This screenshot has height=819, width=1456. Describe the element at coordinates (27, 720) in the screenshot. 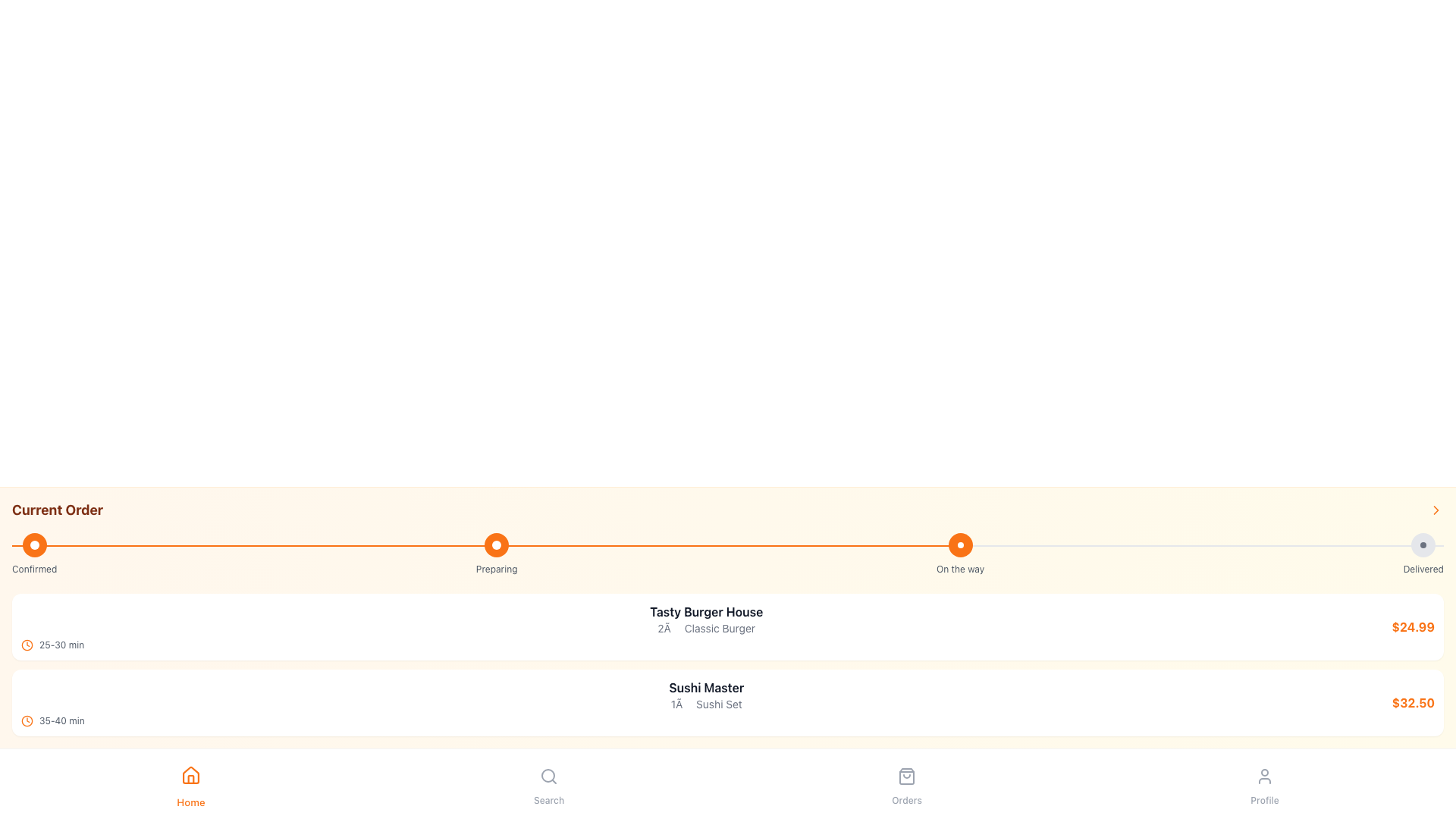

I see `the clock icon positioned to the left of the timing information '35-40 min' for informational purposes` at that location.